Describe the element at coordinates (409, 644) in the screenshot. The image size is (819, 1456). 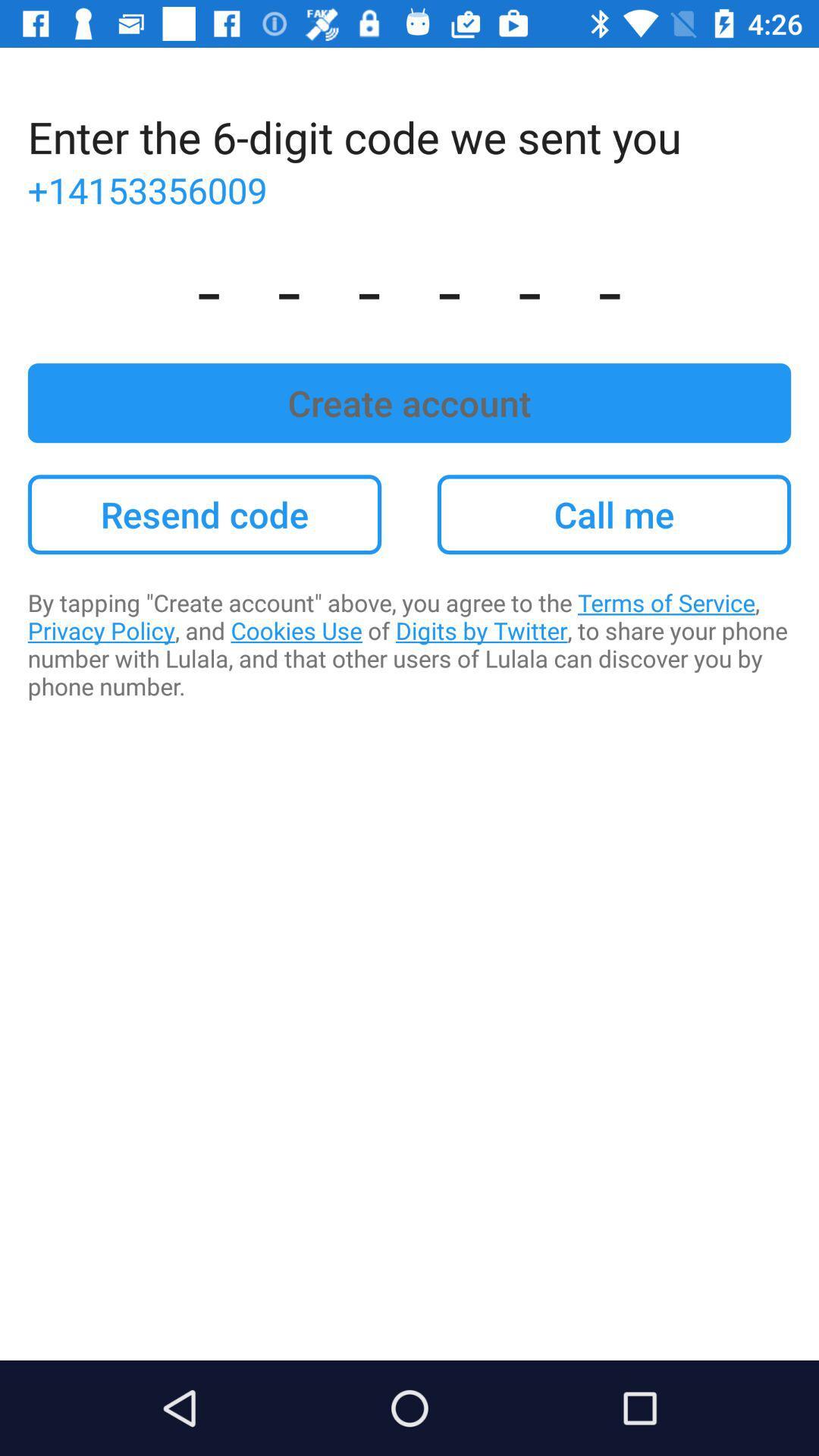
I see `app at the center` at that location.